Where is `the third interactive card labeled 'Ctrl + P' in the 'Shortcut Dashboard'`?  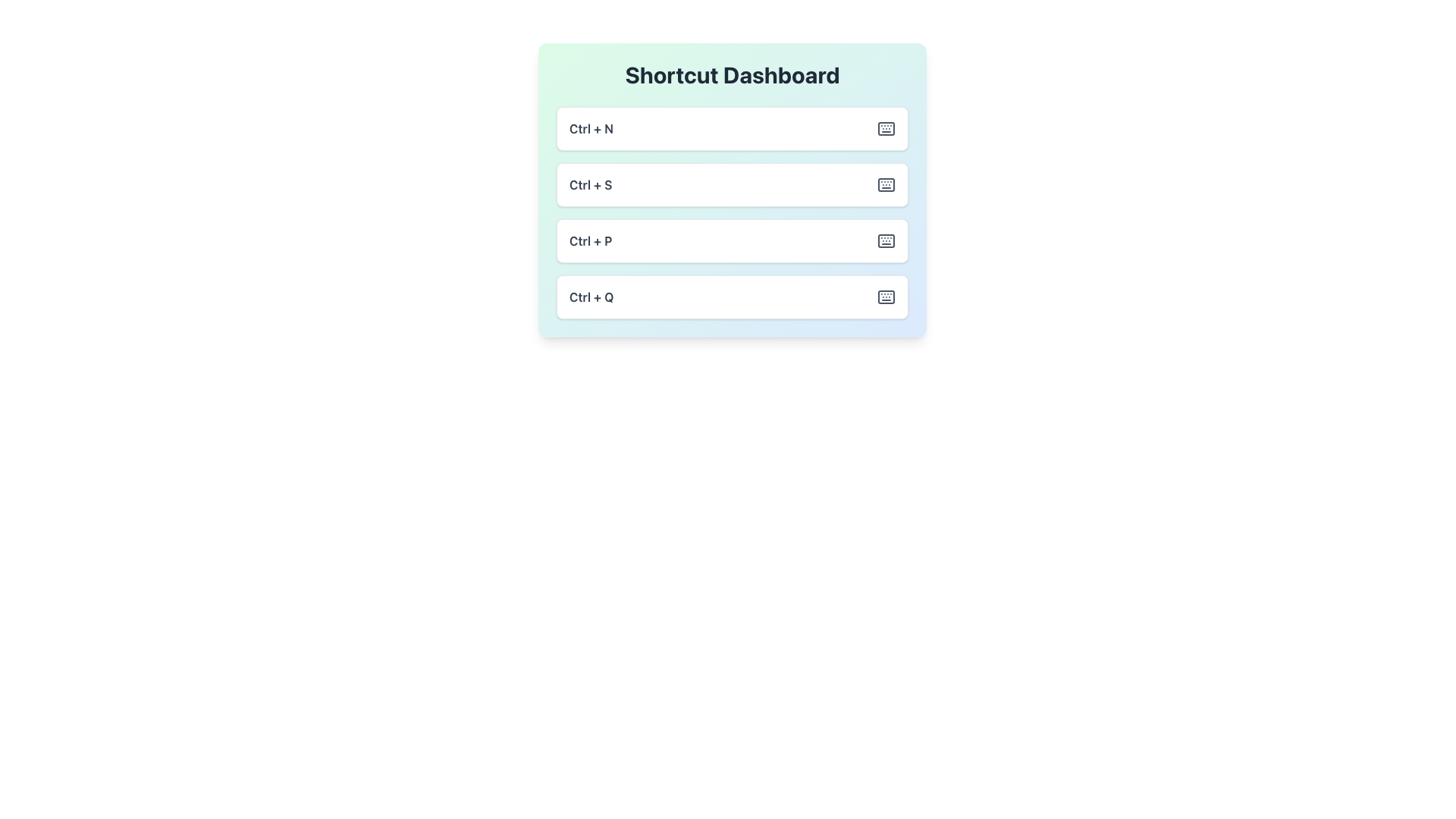
the third interactive card labeled 'Ctrl + P' in the 'Shortcut Dashboard' is located at coordinates (732, 213).